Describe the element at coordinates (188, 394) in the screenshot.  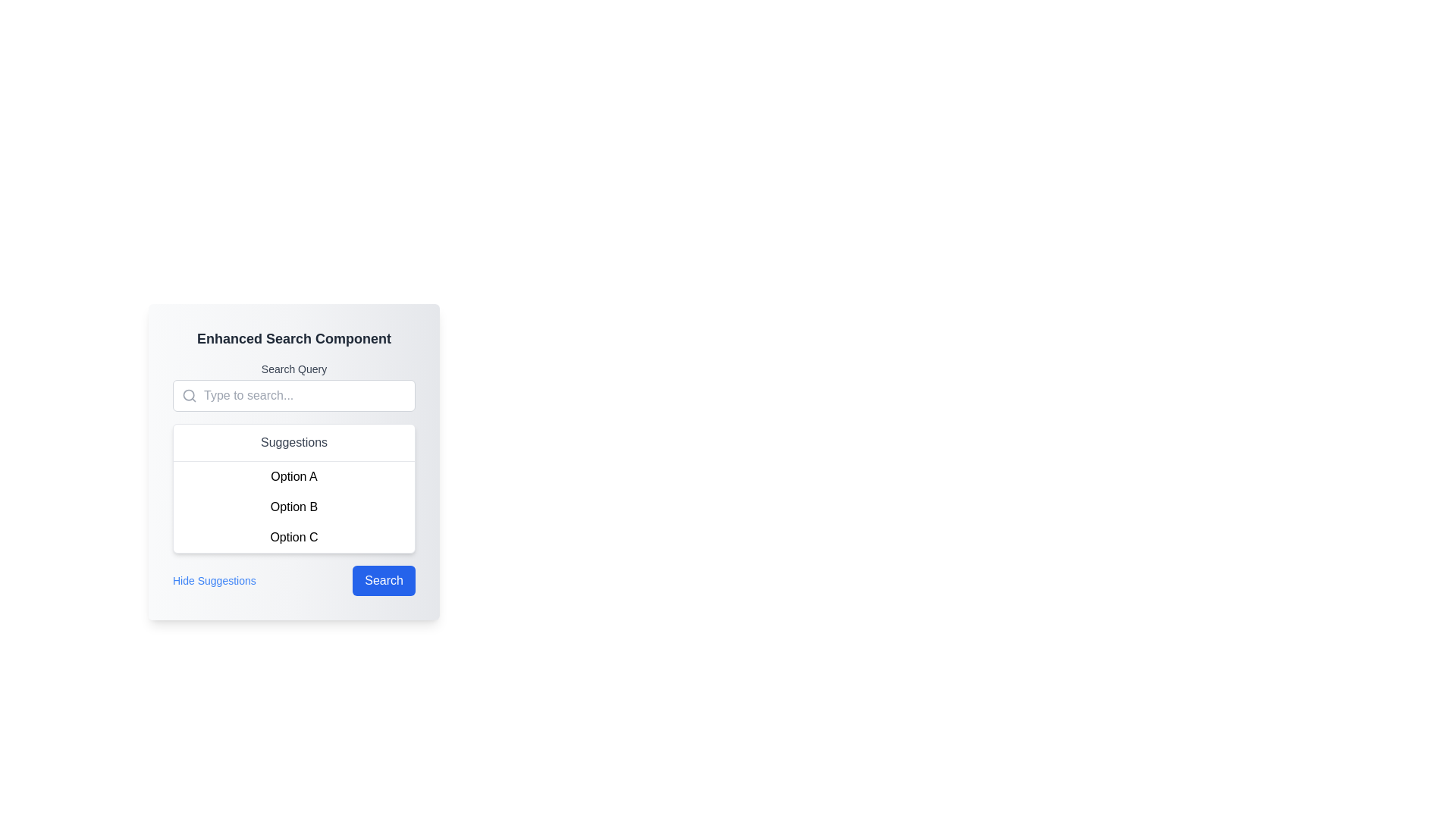
I see `the circular lens part of the magnifying glass icon, which indicates search functionality for the 'Type to search' input field` at that location.